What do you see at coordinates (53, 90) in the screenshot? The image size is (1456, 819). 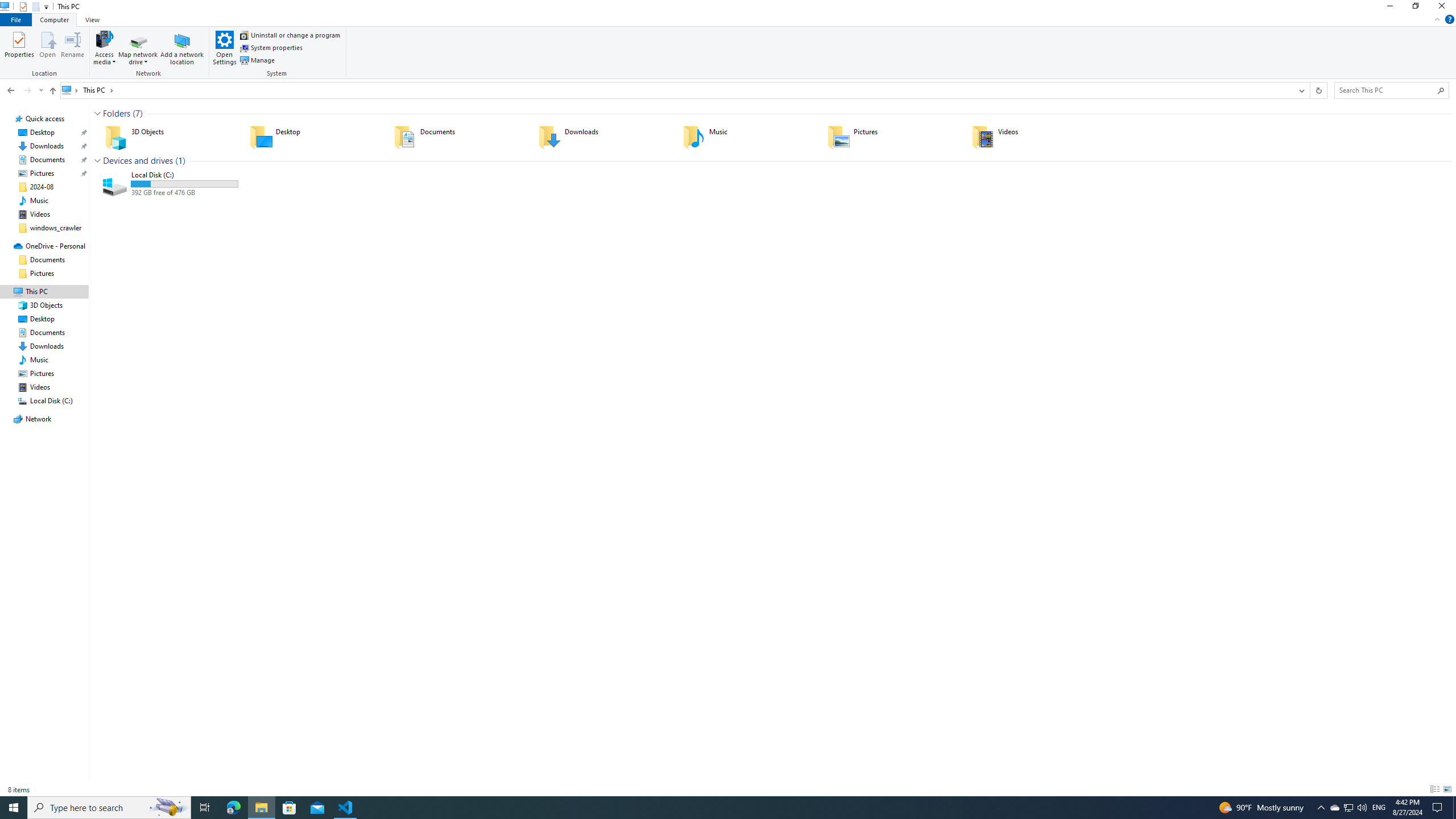 I see `'Up to "Desktop" (Alt + Up Arrow)'` at bounding box center [53, 90].